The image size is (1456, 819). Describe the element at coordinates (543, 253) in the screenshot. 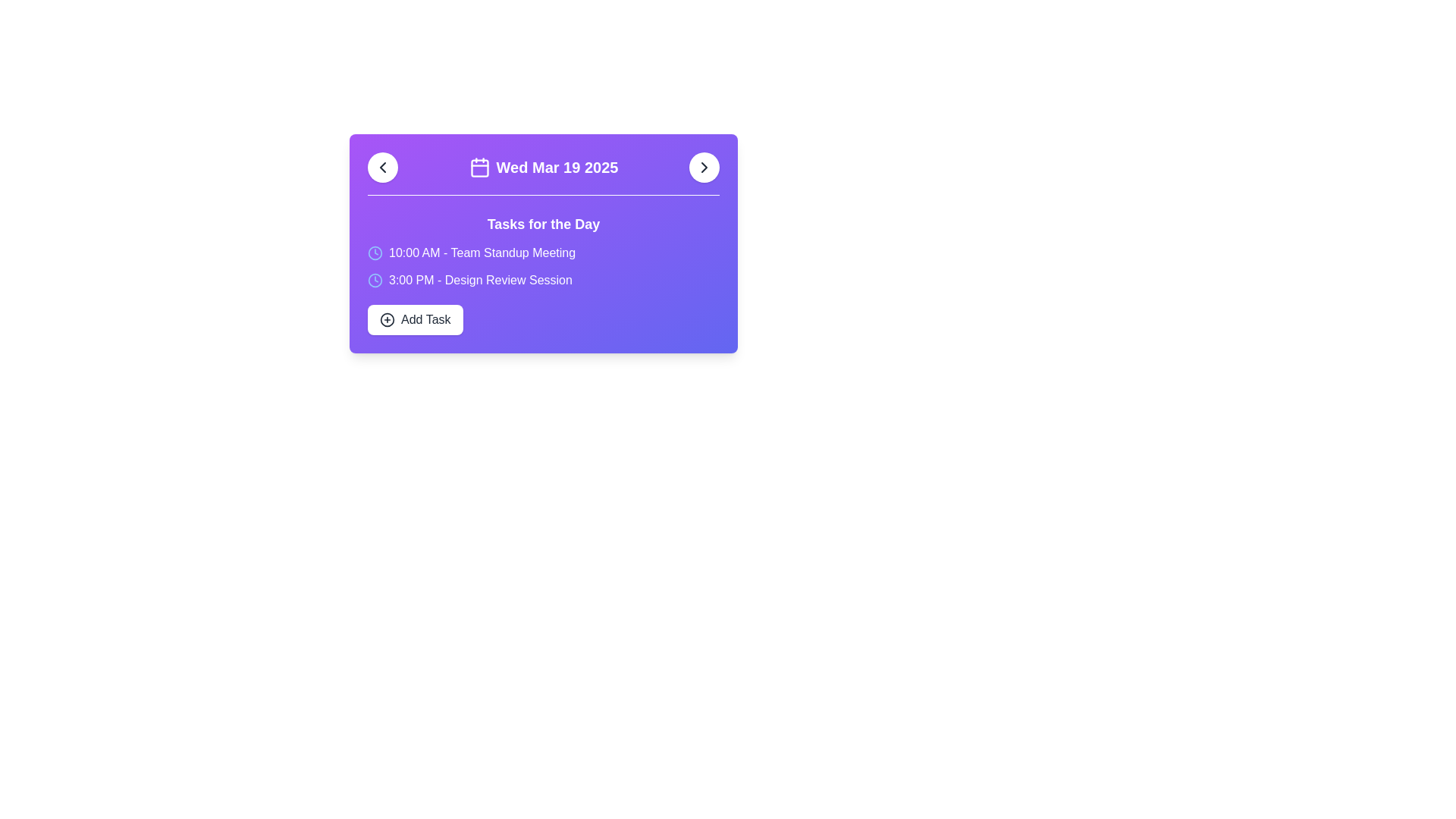

I see `the text element reading '10:00 AM - Team Standup Meeting' with a clock icon on its left, located in the 'Tasks for the Day' section` at that location.